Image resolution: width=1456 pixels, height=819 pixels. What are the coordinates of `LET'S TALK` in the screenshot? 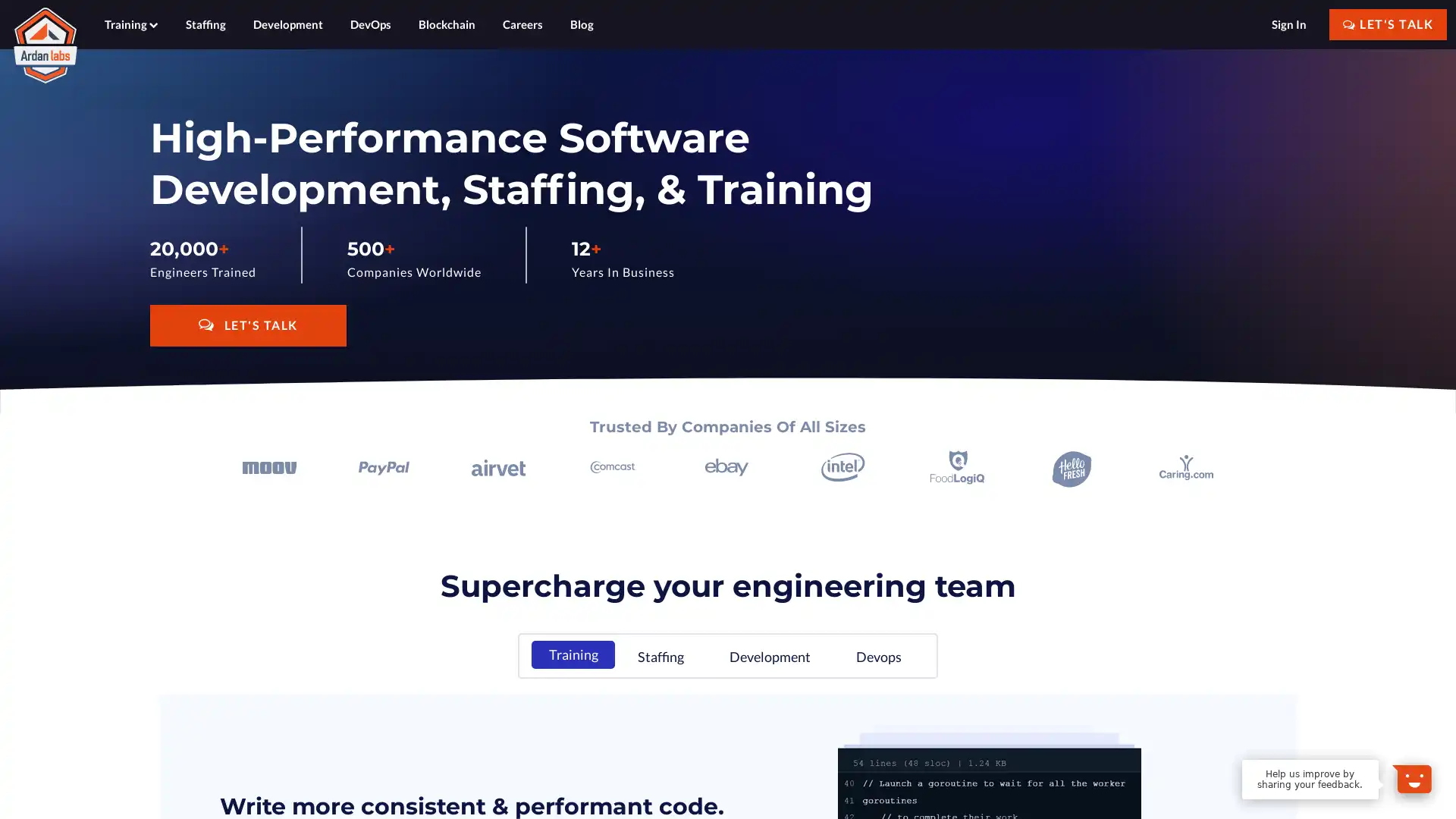 It's located at (247, 325).